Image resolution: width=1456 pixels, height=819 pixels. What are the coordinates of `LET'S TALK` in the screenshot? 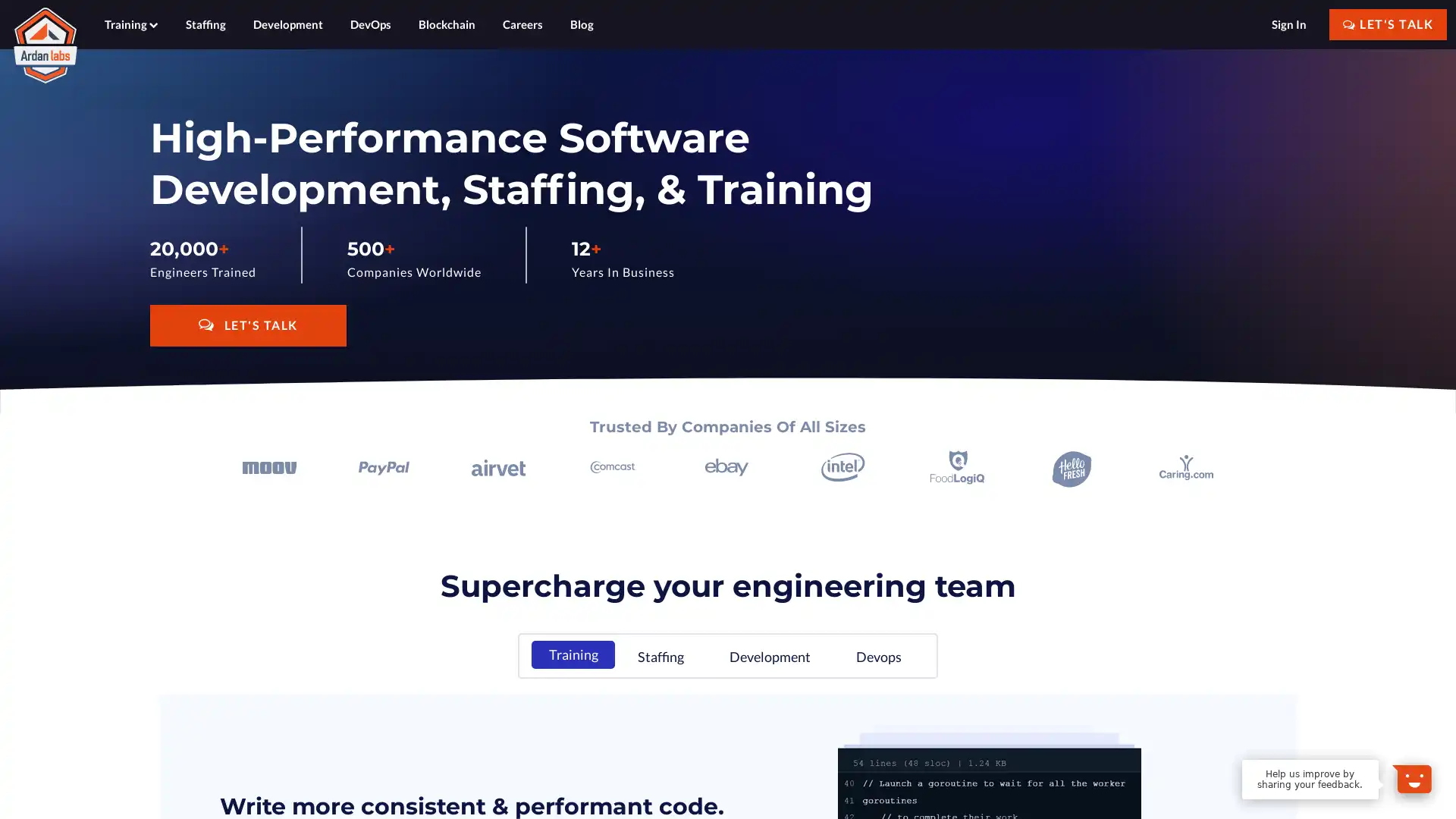 It's located at (247, 325).